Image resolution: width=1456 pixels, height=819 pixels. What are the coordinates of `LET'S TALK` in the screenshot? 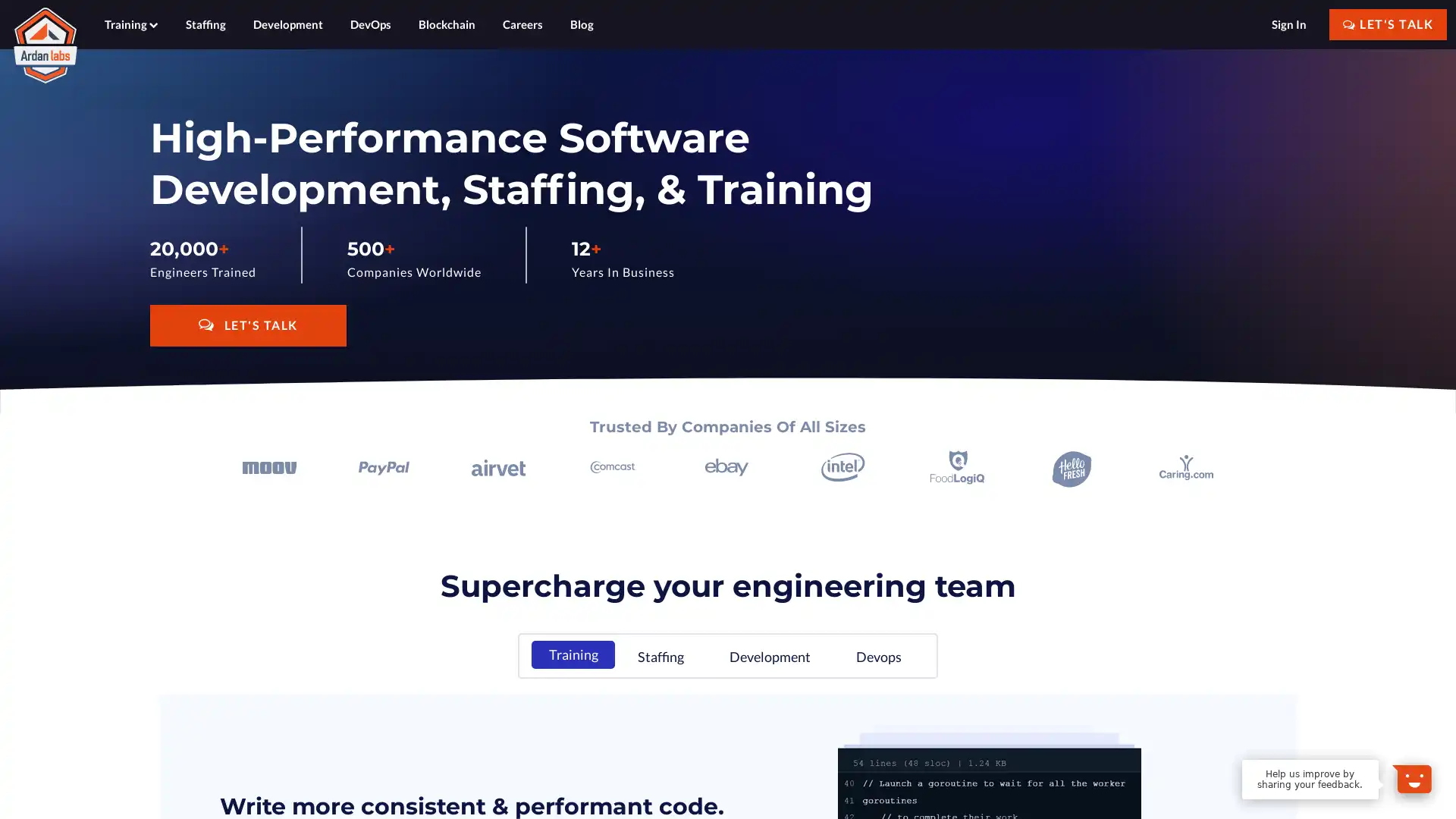 It's located at (247, 325).